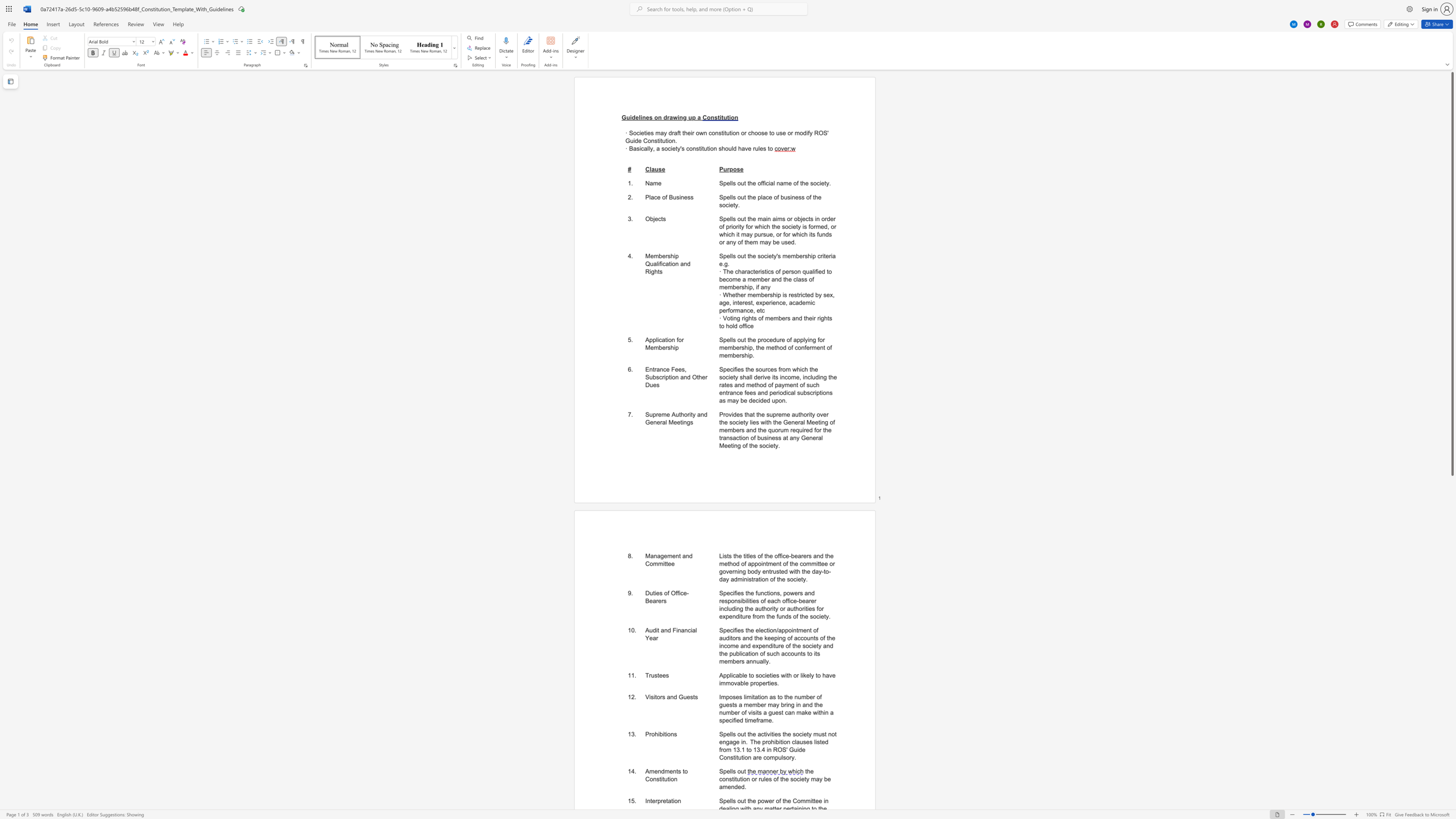  I want to click on the subset text "lly" within the text "Basically, a", so click(647, 149).